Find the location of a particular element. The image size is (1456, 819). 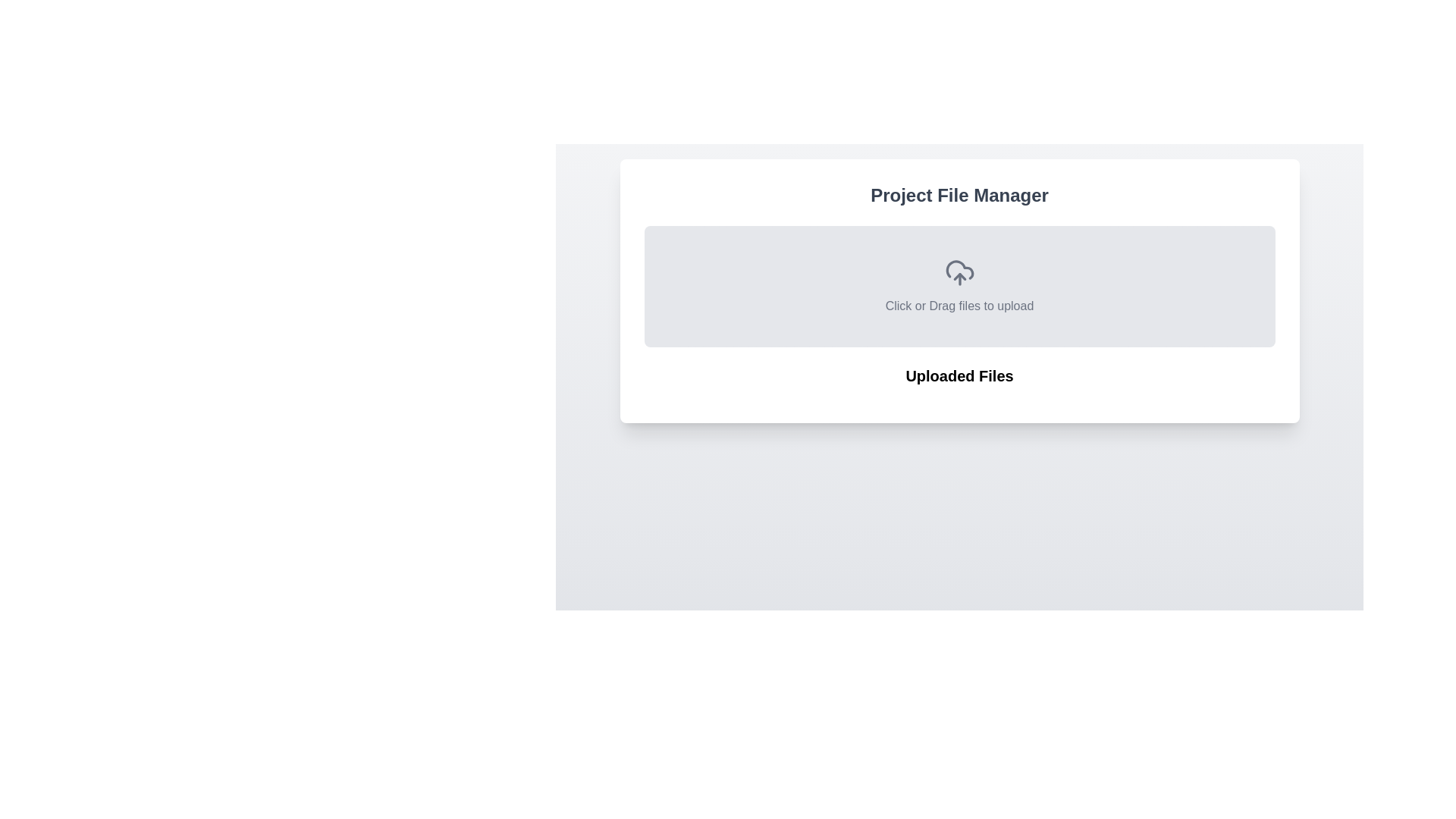

the 'Uploaded Files' heading element, which is a bold, semibold text label located above a grid layout and centered on the page is located at coordinates (959, 375).